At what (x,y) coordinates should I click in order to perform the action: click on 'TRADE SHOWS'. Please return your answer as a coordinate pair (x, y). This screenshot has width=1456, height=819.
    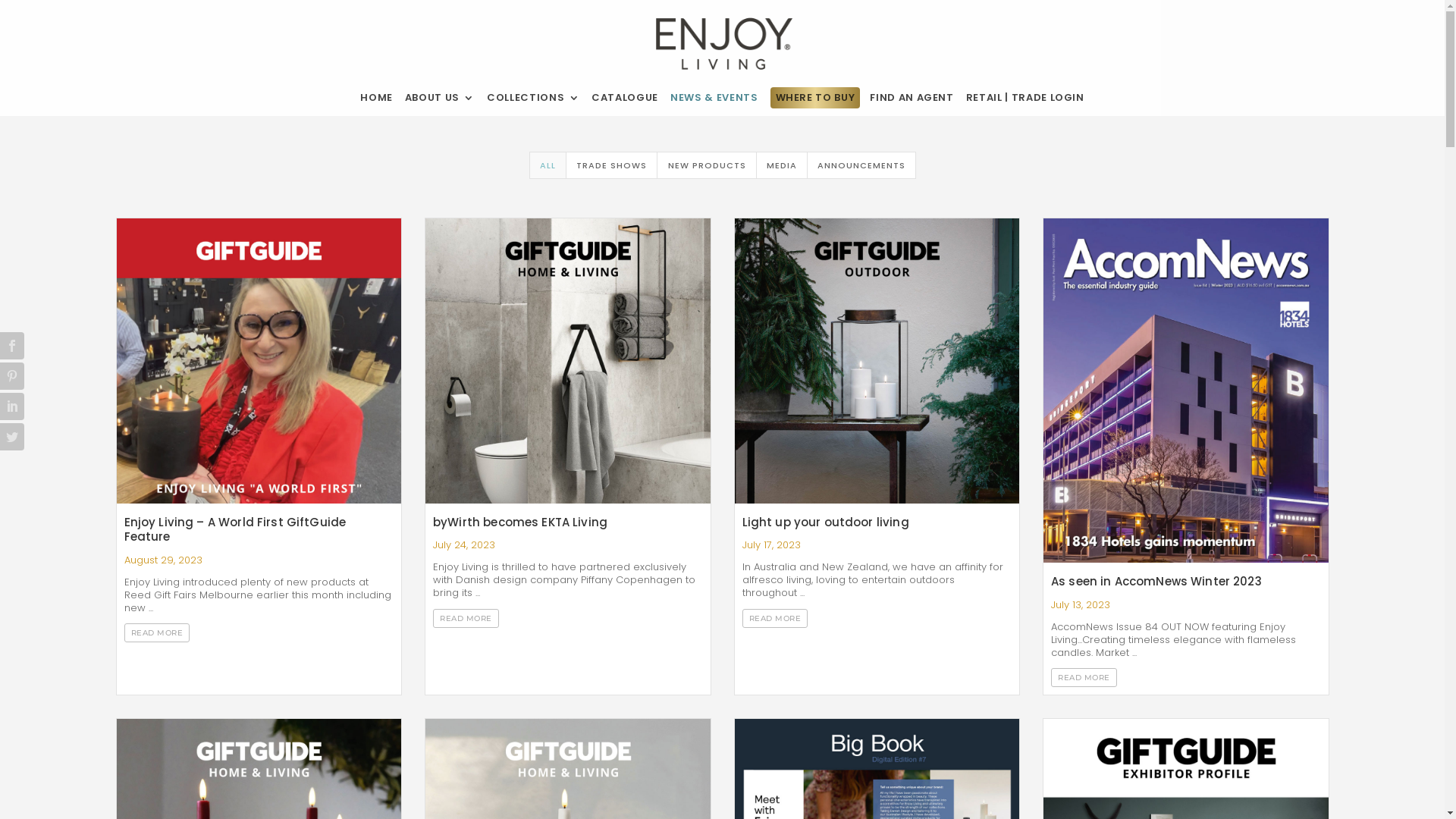
    Looking at the image, I should click on (564, 165).